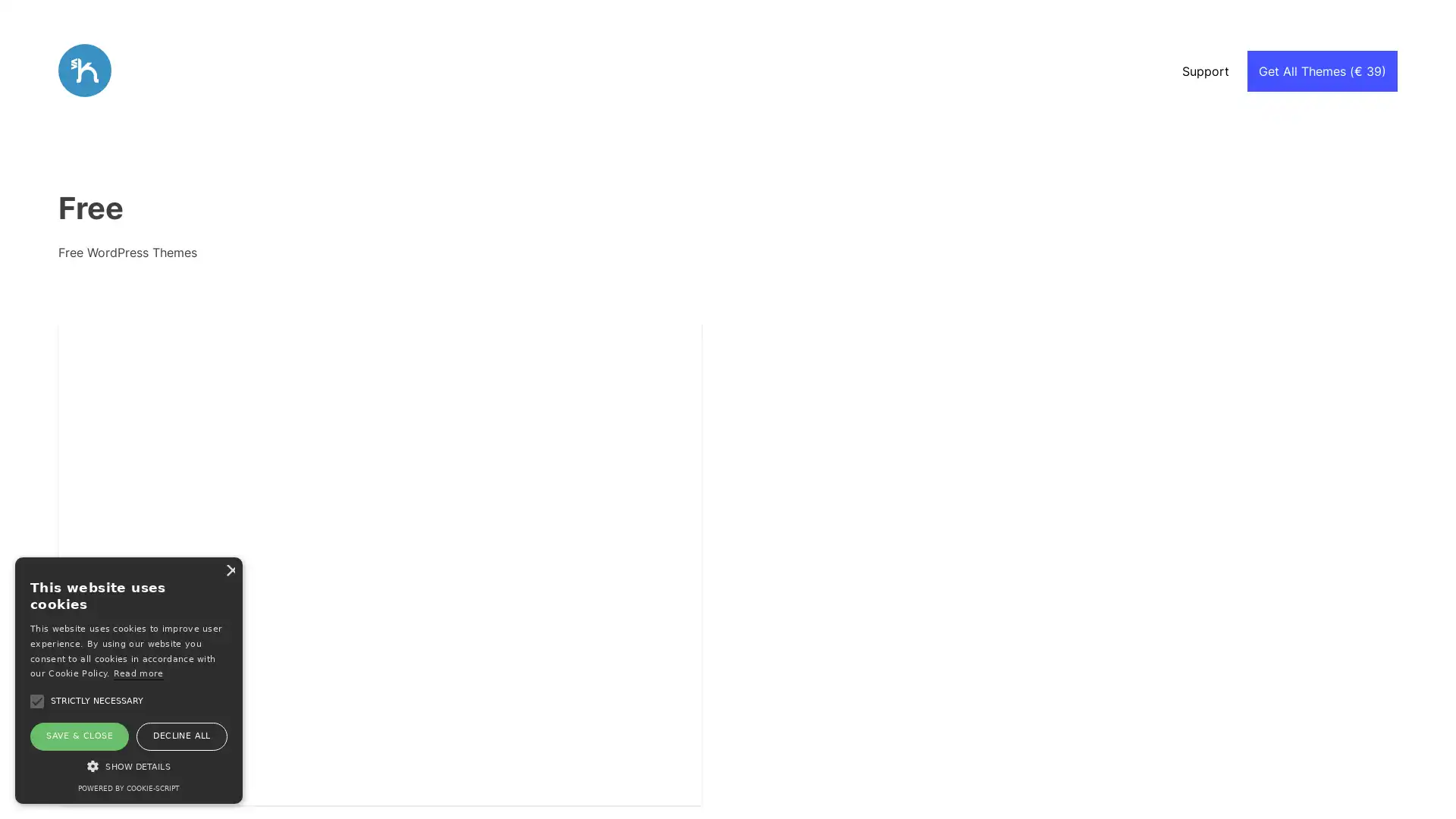 This screenshot has width=1456, height=819. I want to click on SHOW DETAILS, so click(128, 765).